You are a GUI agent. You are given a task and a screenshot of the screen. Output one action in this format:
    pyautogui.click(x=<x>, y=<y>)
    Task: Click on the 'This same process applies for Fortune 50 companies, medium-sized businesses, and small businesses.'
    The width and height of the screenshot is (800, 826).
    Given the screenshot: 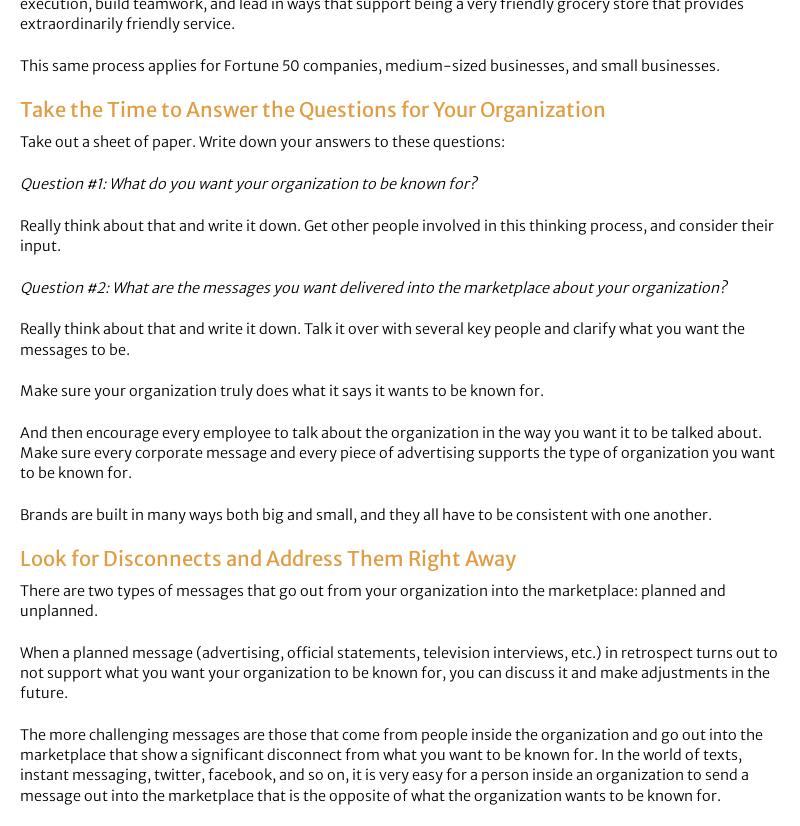 What is the action you would take?
    pyautogui.click(x=369, y=65)
    